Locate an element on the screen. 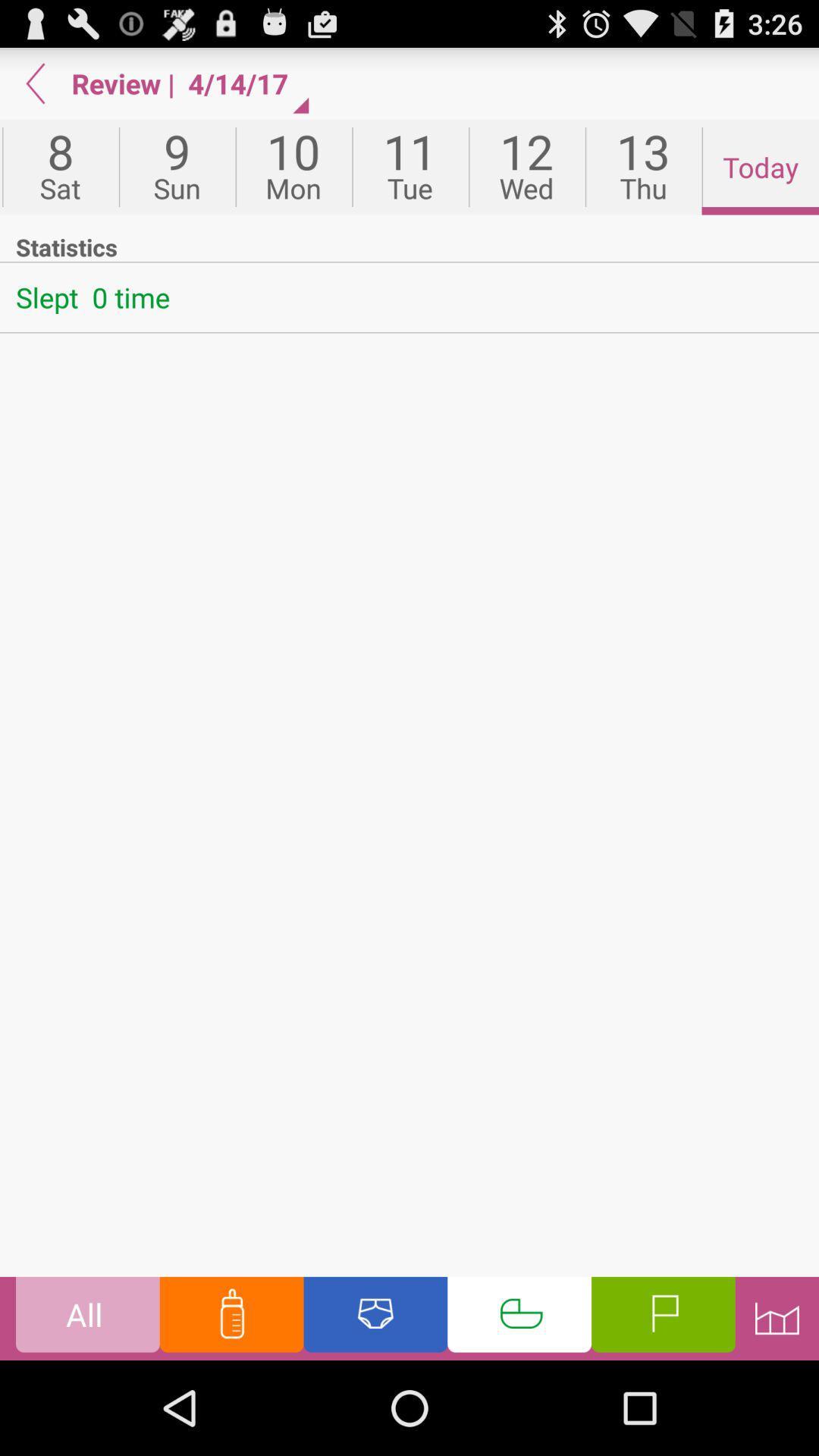 The width and height of the screenshot is (819, 1456). 4/14/17 button is located at coordinates (244, 83).